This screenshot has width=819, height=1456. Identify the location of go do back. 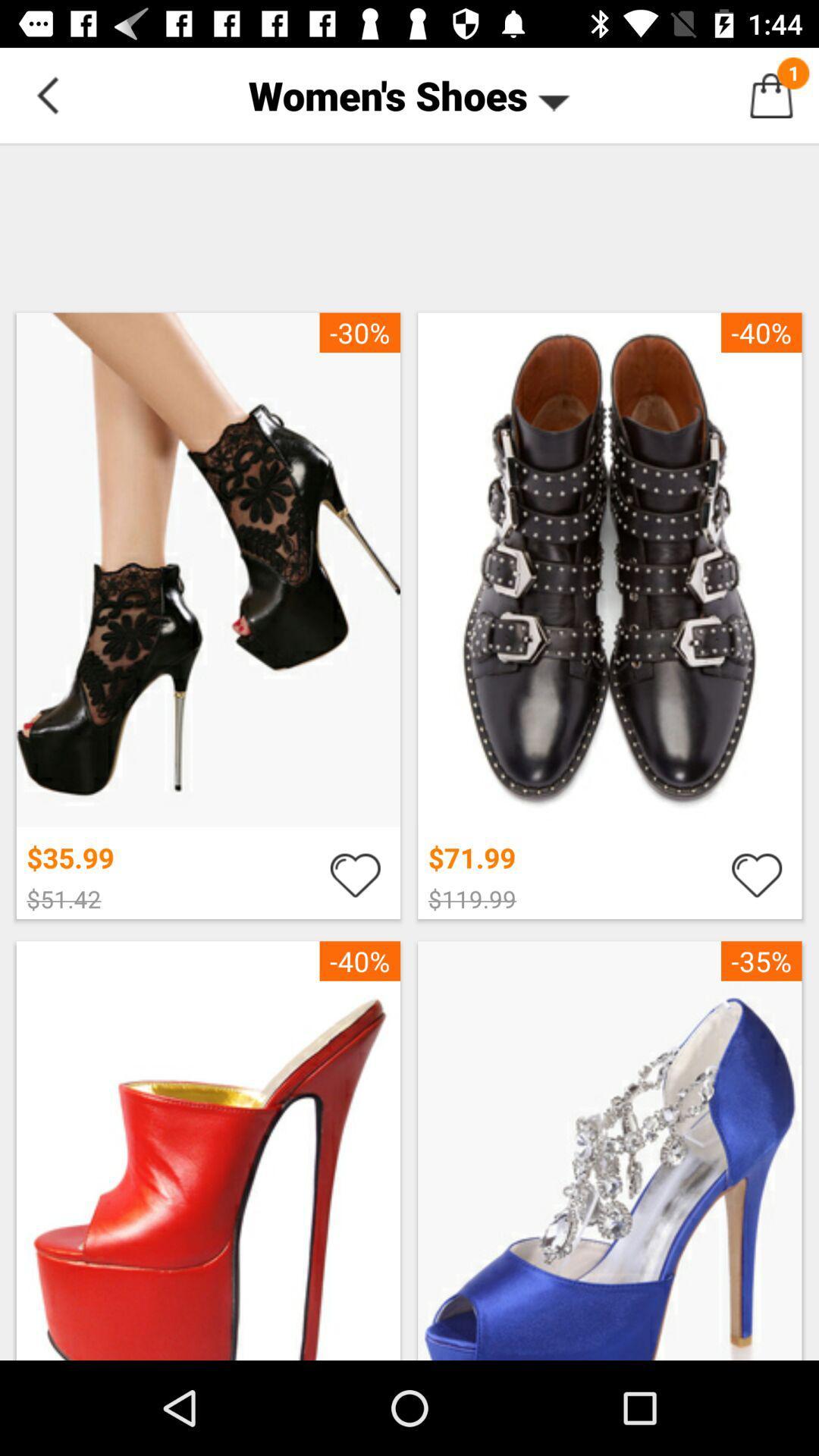
(46, 94).